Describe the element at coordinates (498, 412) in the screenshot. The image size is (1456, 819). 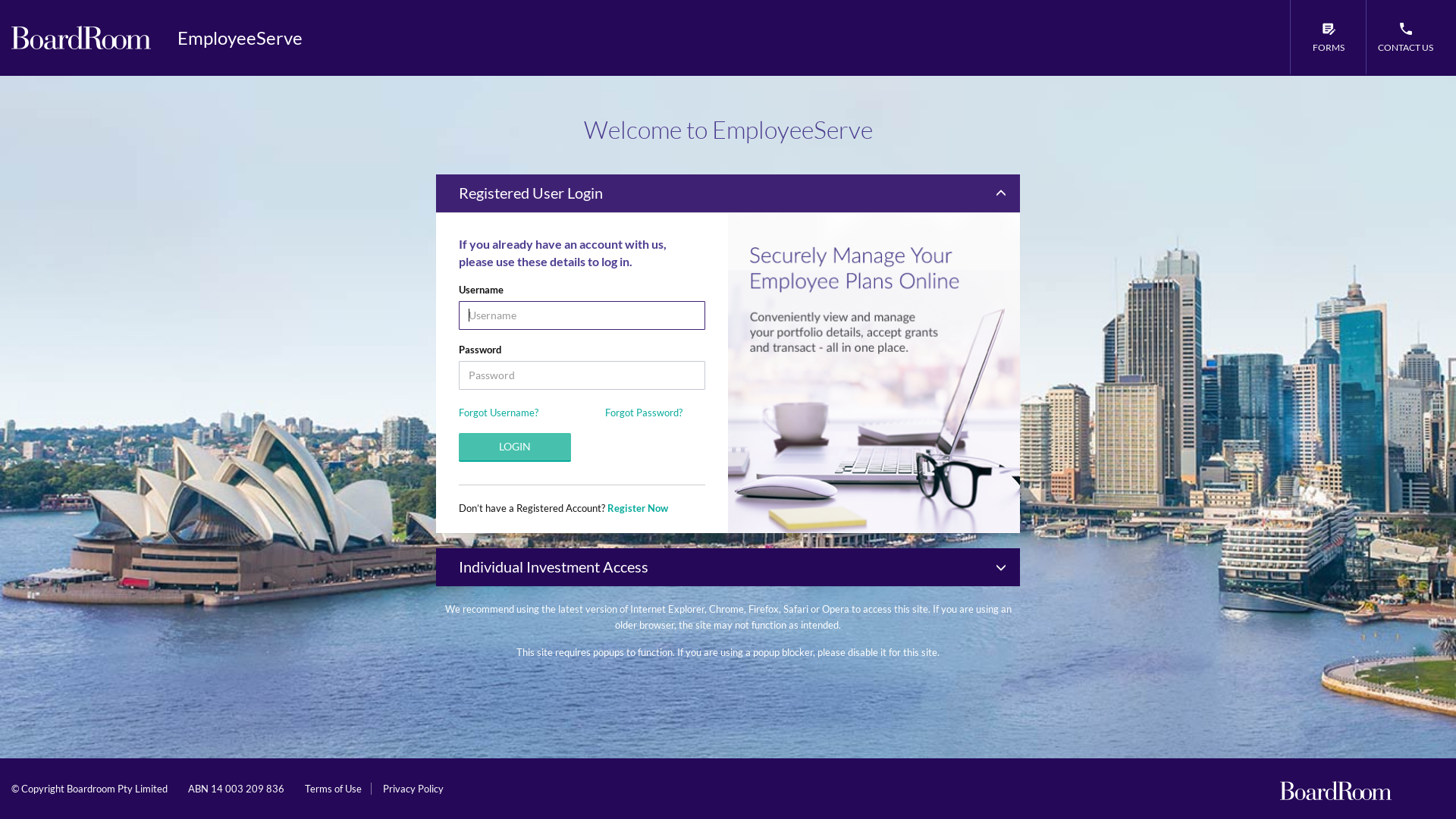
I see `'Forgot Username?'` at that location.